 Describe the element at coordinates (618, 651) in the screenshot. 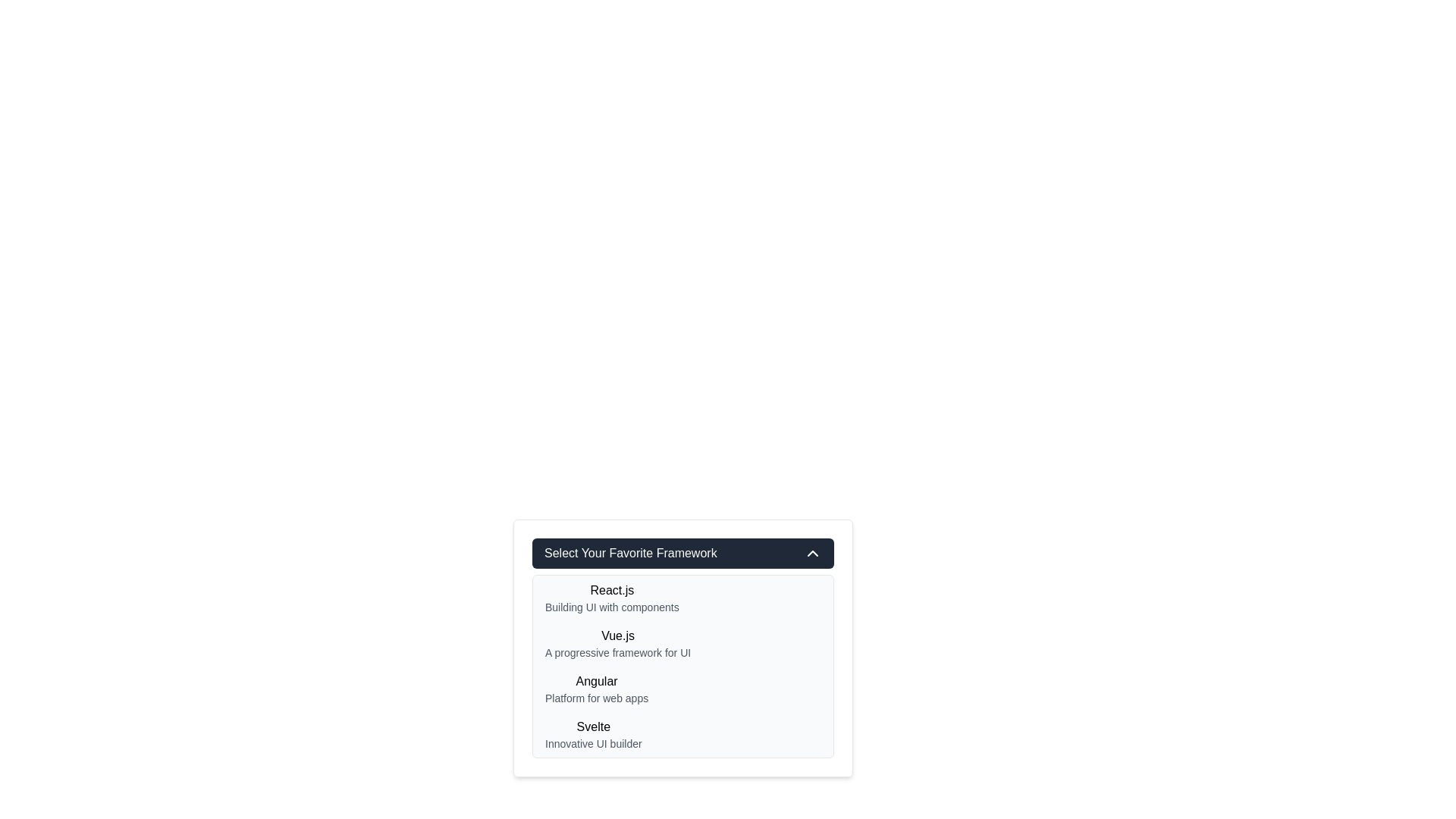

I see `the text label providing supplementary information about the 'Vue.js' heading, located under the 'Select Your Favorite Framework' dropdown, positioned as the second subtext element` at that location.